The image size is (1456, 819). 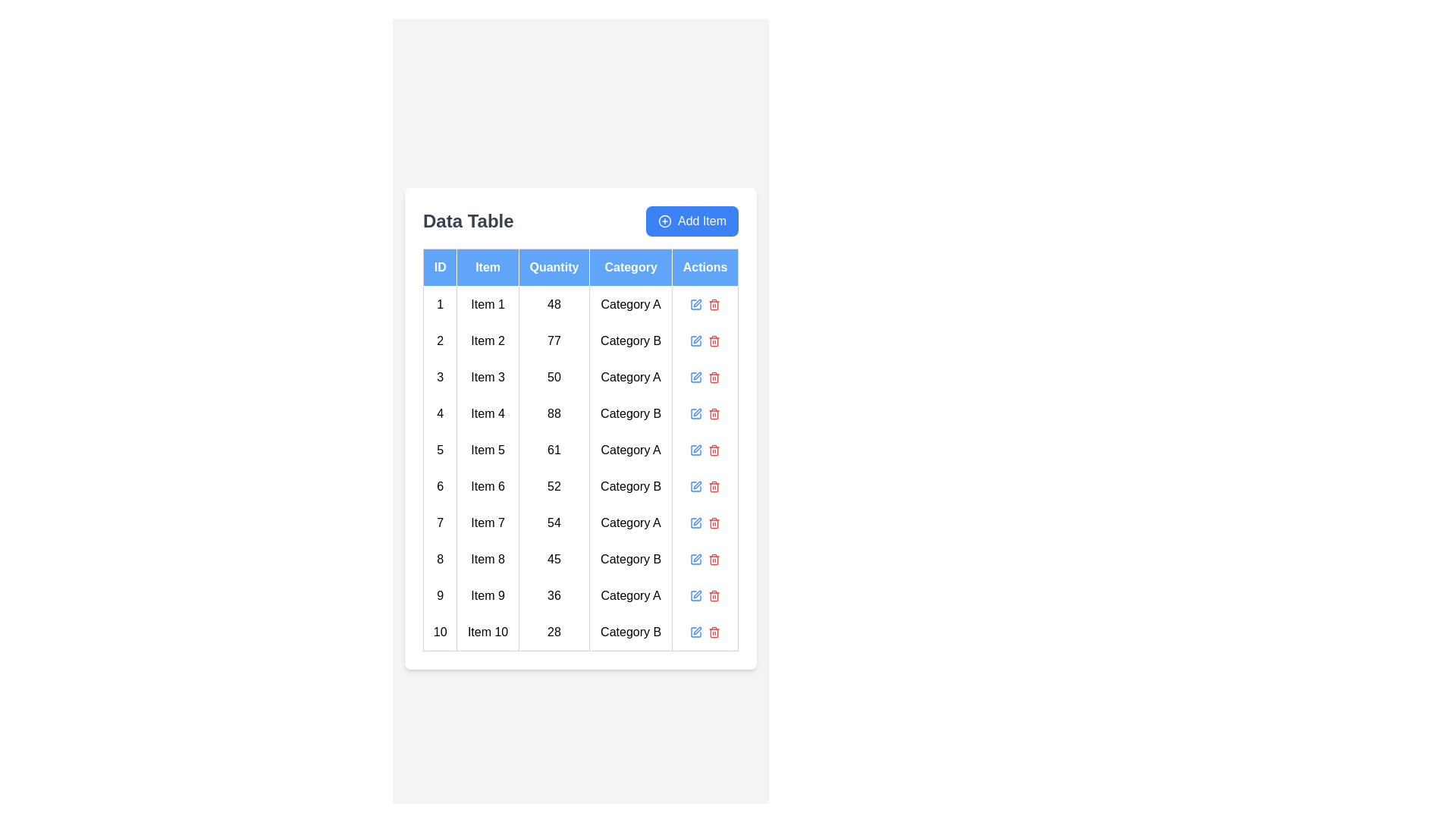 I want to click on the first icon button in the 'Actions' column of the 9th row to initiate editing of the respective data entry, so click(x=695, y=595).